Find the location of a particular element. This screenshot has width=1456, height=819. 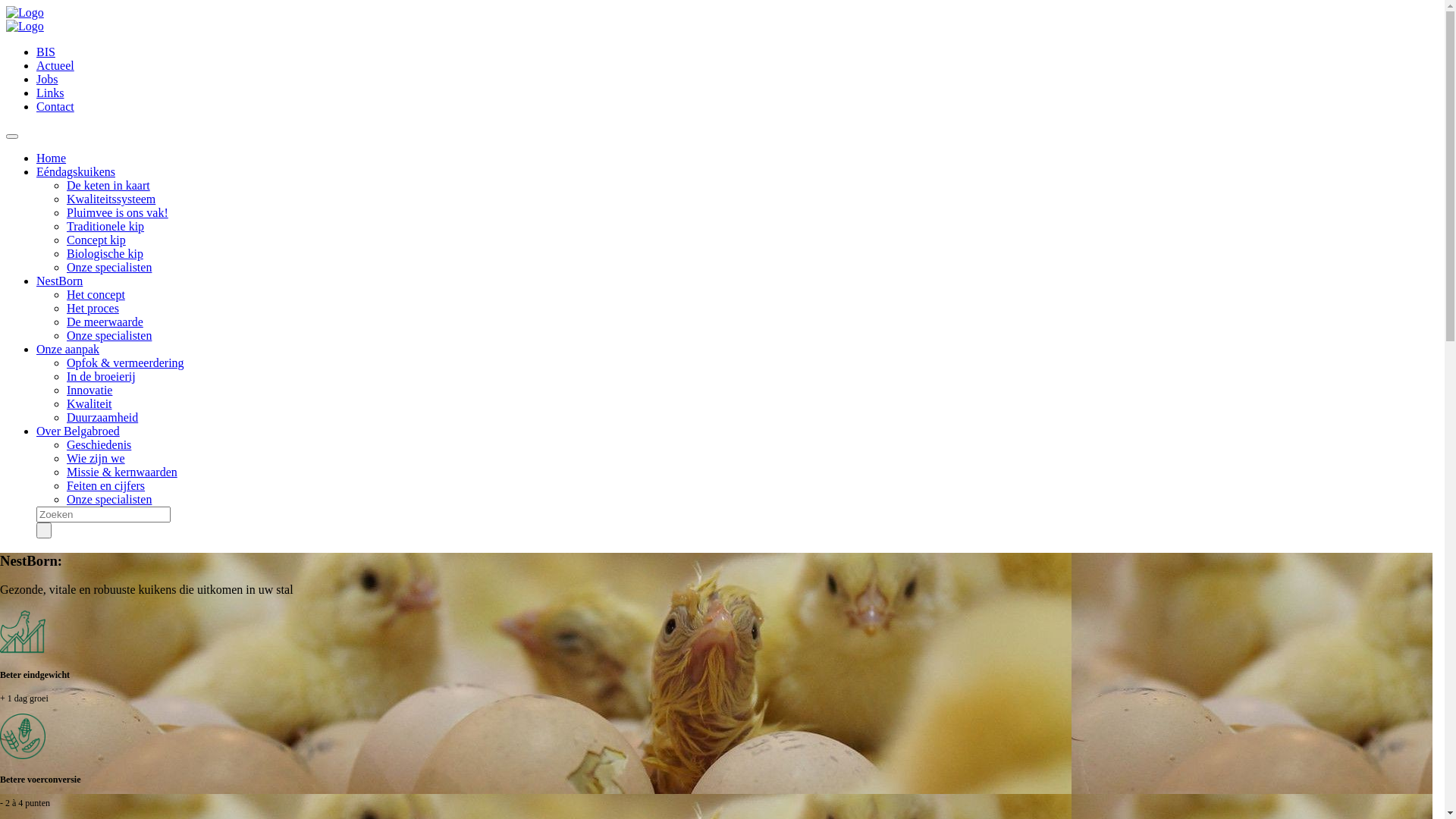

'Duurzaamheid' is located at coordinates (101, 417).